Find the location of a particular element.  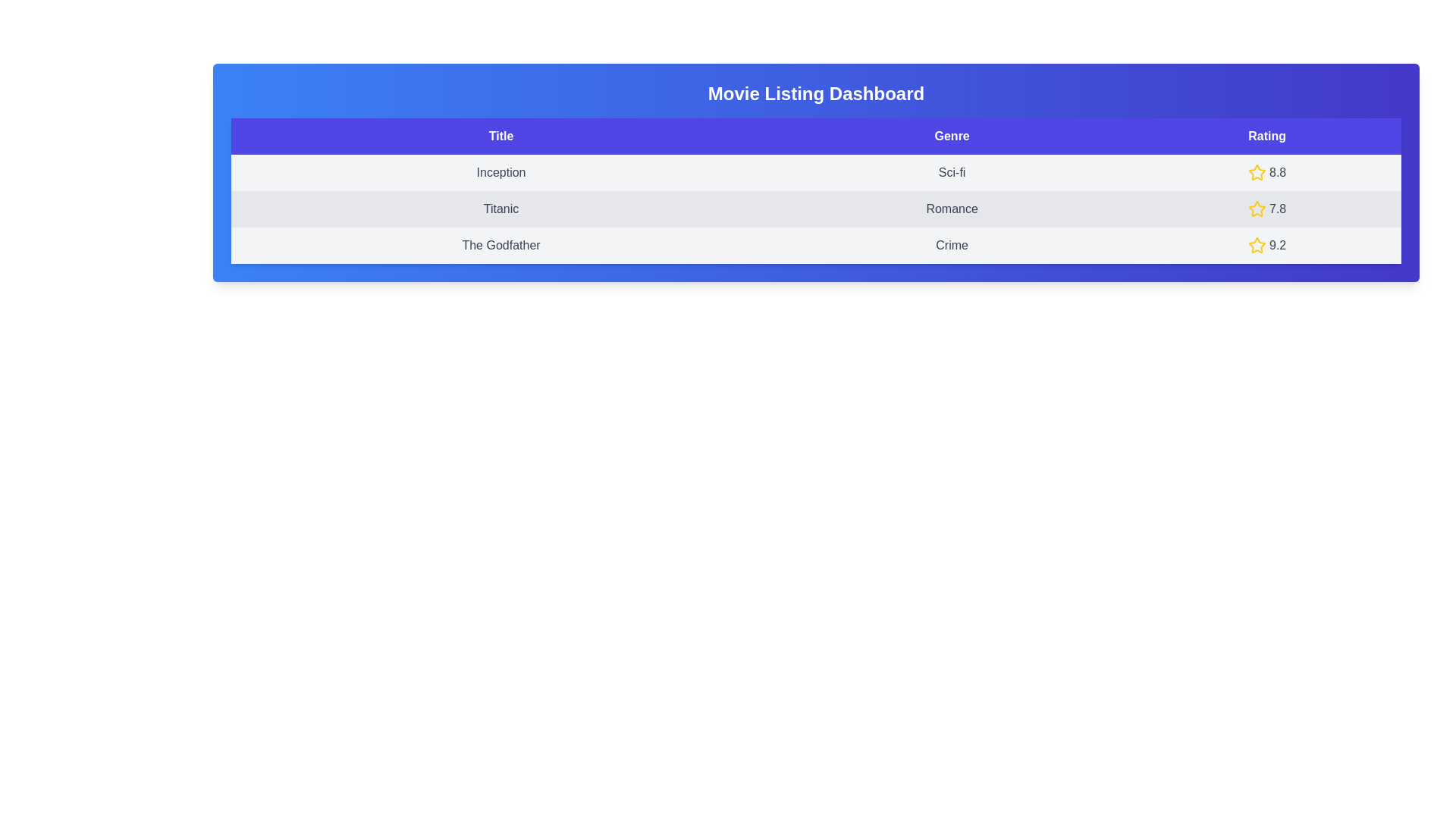

the static text label indicating the genre of the movie in the third row of the table under the 'Genre' column, located between 'The Godfather' title and the rating '9.2' is located at coordinates (951, 245).